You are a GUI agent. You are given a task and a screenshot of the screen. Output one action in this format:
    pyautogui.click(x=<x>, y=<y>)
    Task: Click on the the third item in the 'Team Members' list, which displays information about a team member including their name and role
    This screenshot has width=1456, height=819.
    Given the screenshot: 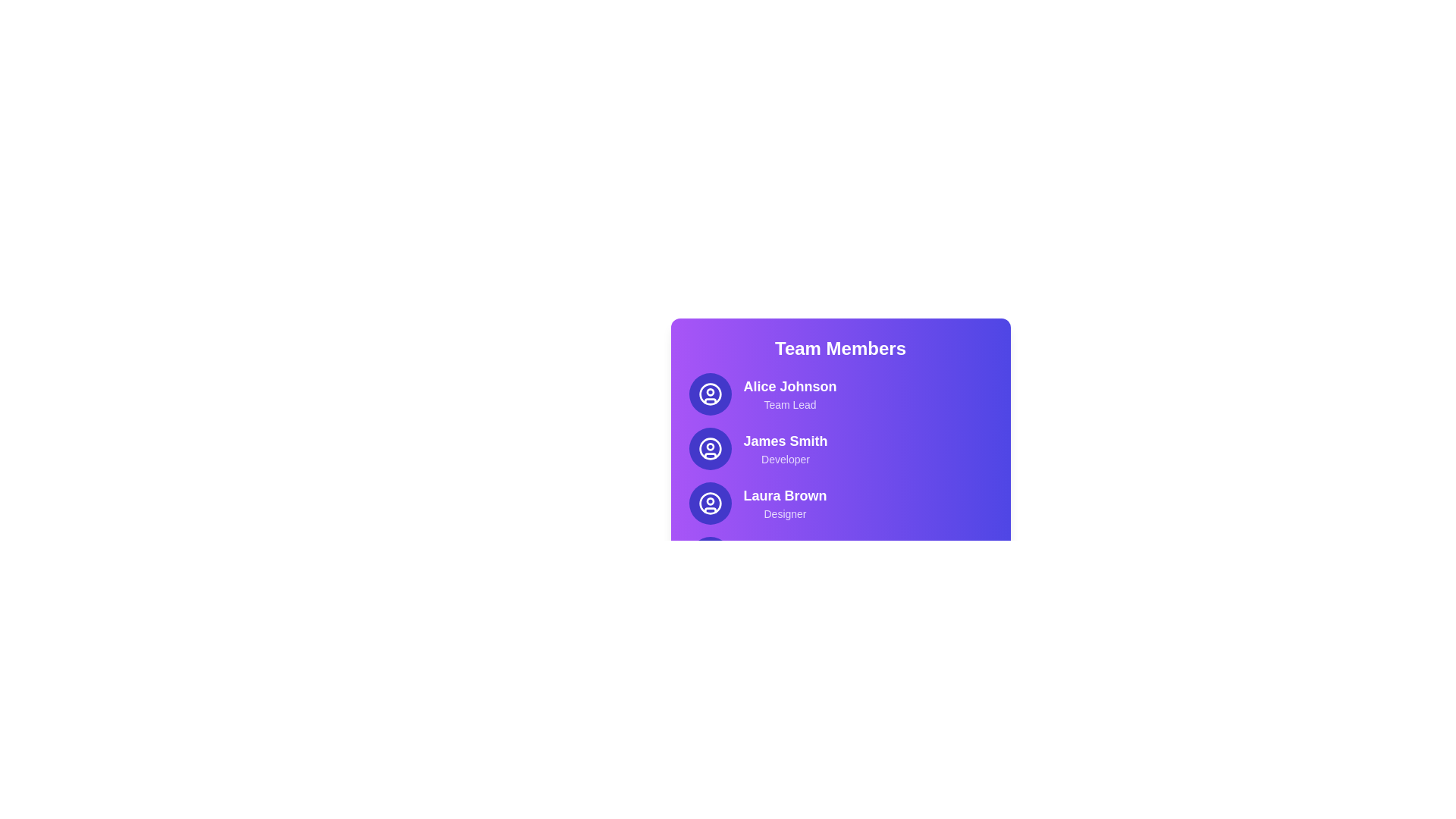 What is the action you would take?
    pyautogui.click(x=839, y=503)
    